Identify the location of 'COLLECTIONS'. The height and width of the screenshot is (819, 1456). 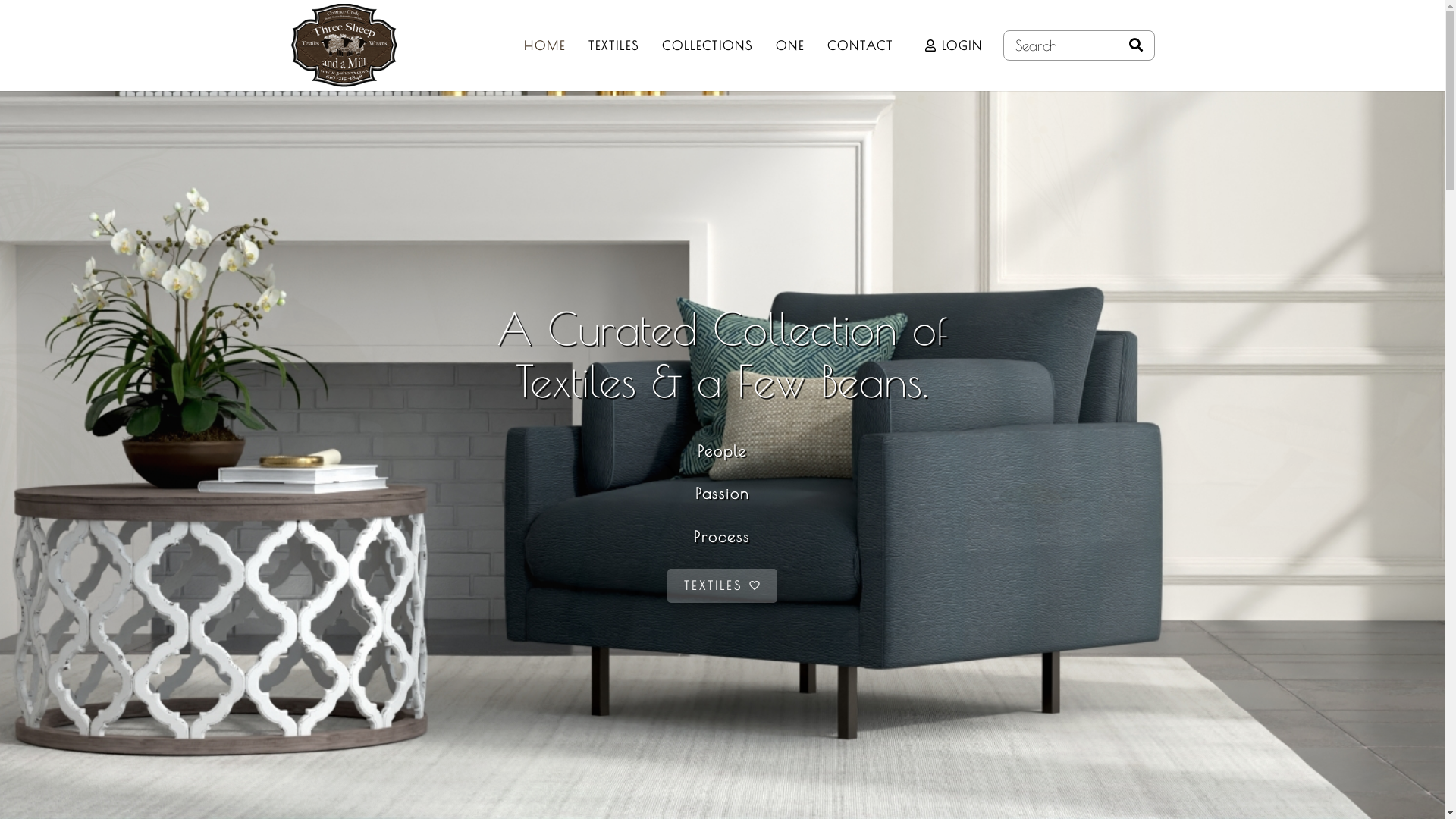
(706, 45).